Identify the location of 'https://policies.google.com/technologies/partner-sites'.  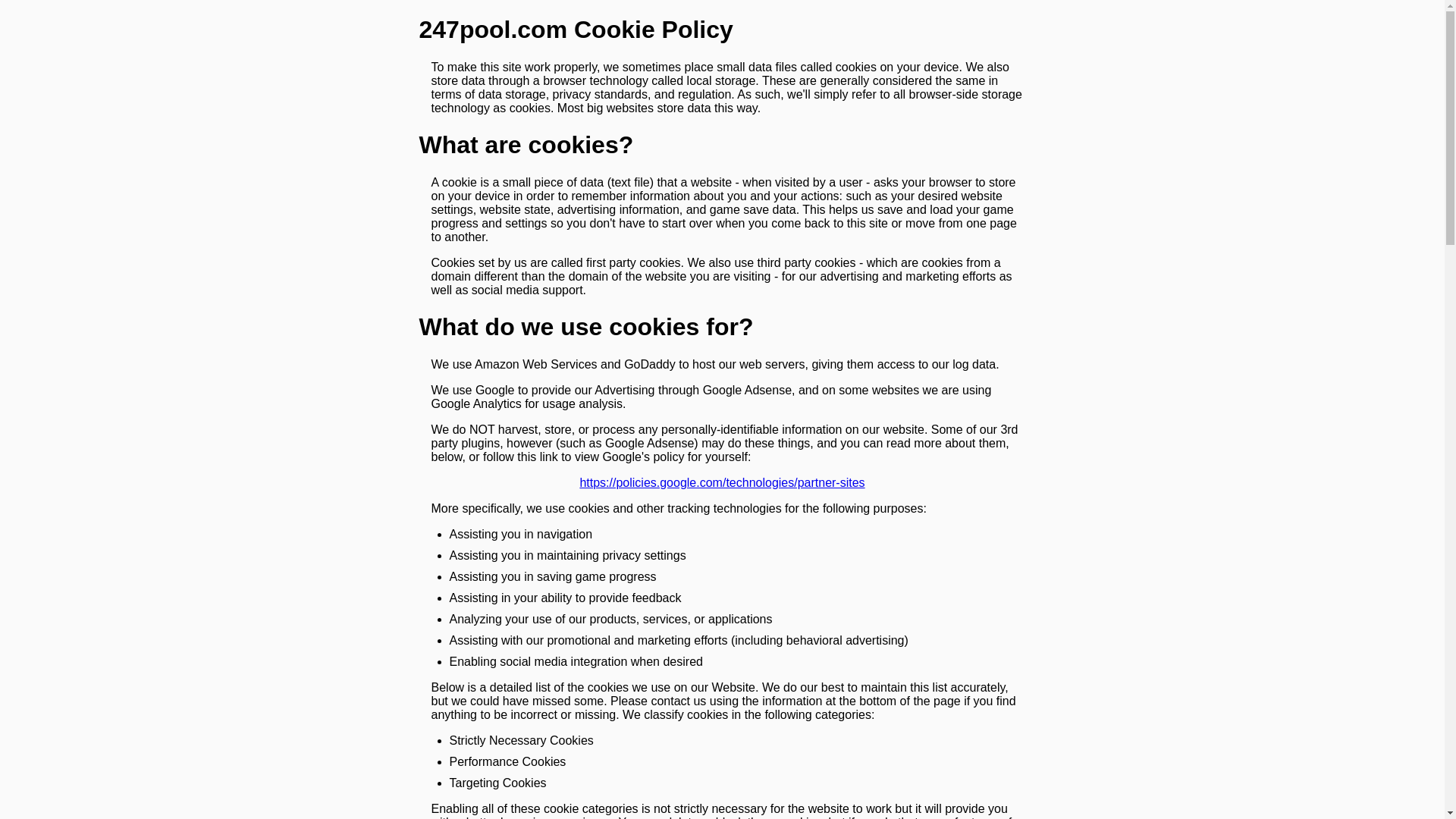
(720, 482).